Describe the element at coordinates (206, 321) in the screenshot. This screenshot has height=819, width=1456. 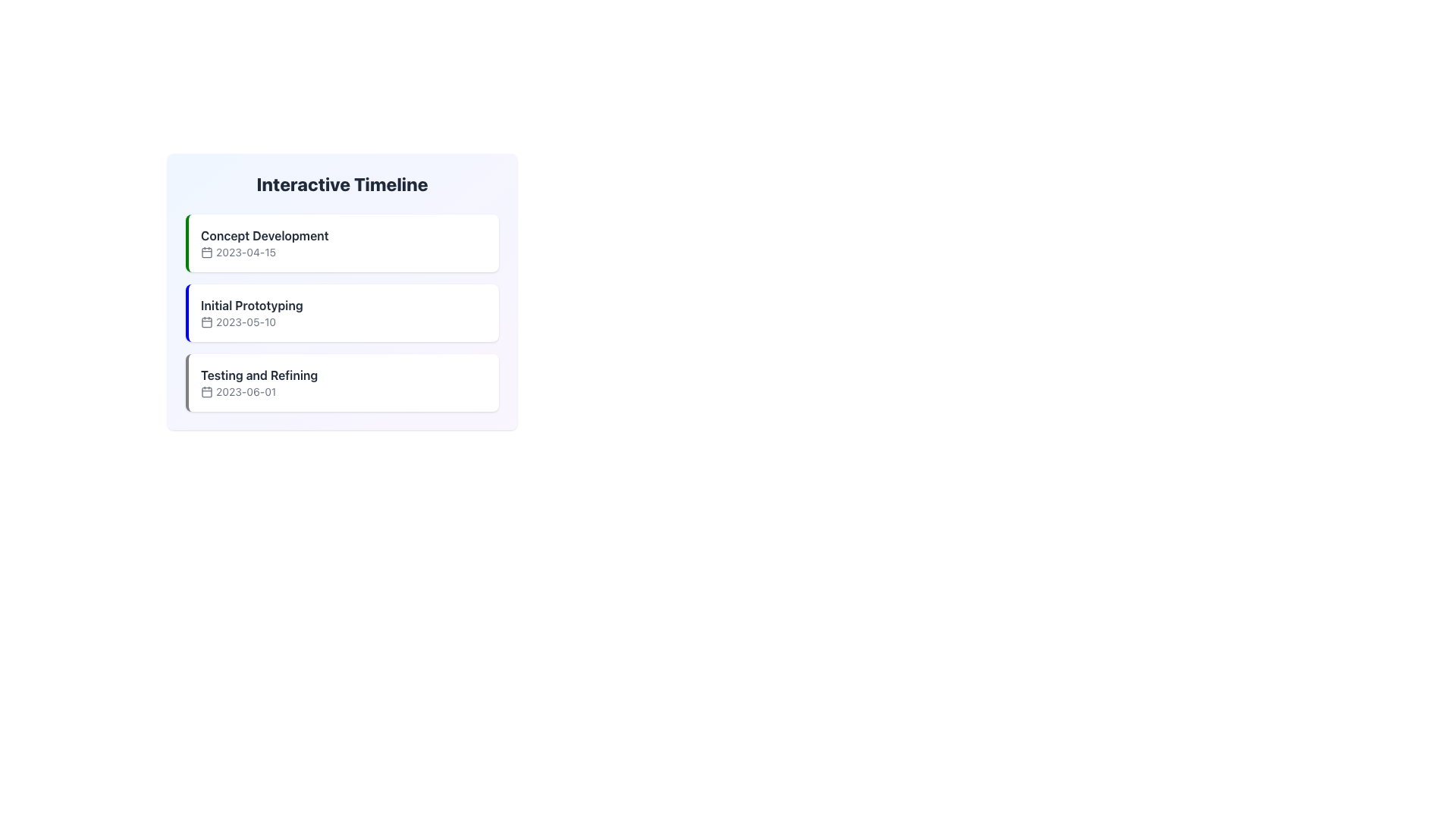
I see `the calendar icon located next to the date '2023-05-10' in the 'Interactive Timeline' list` at that location.